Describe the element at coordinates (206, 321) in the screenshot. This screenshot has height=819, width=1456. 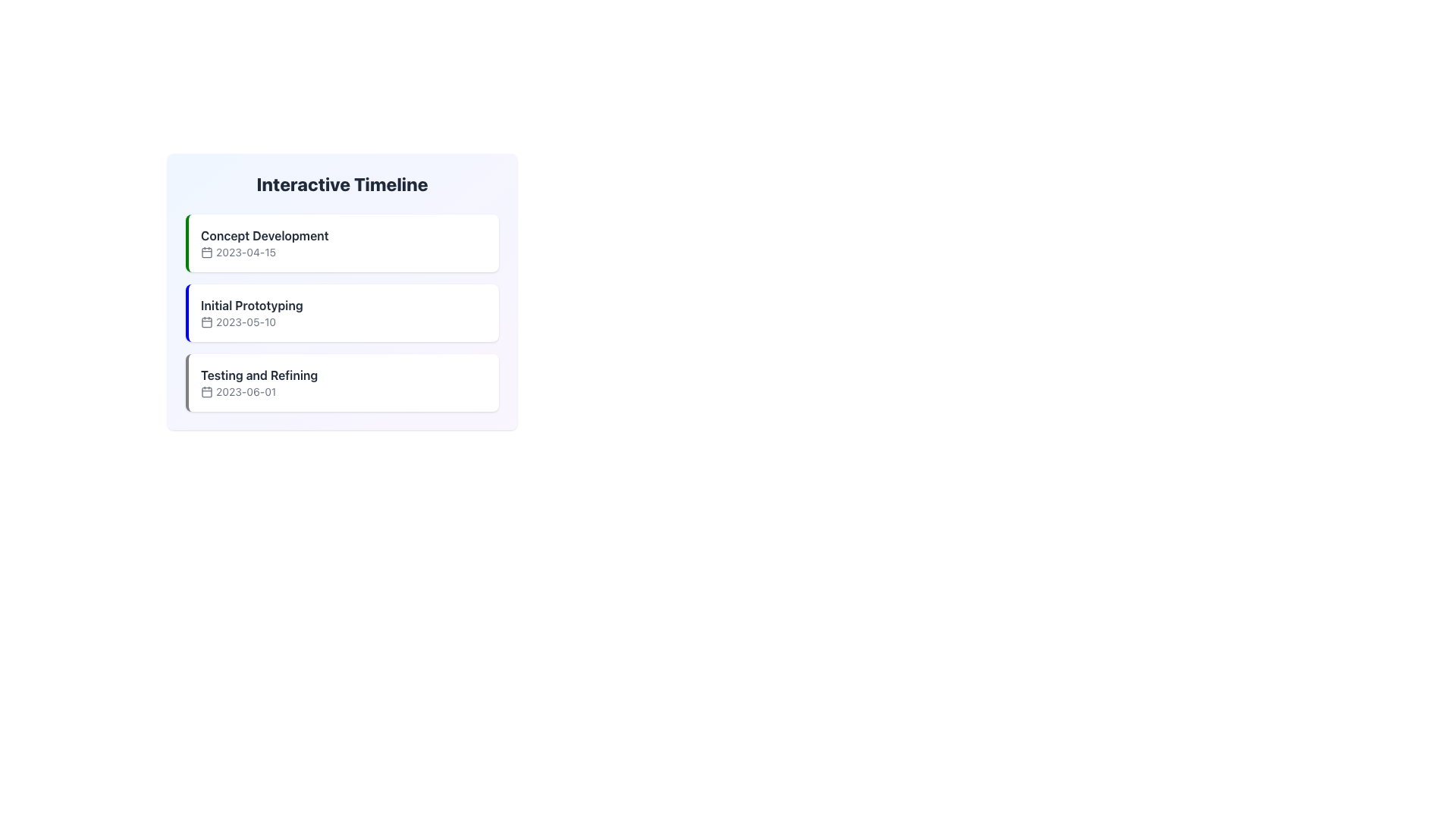
I see `the calendar icon located next to the date '2023-05-10' in the 'Interactive Timeline' list` at that location.